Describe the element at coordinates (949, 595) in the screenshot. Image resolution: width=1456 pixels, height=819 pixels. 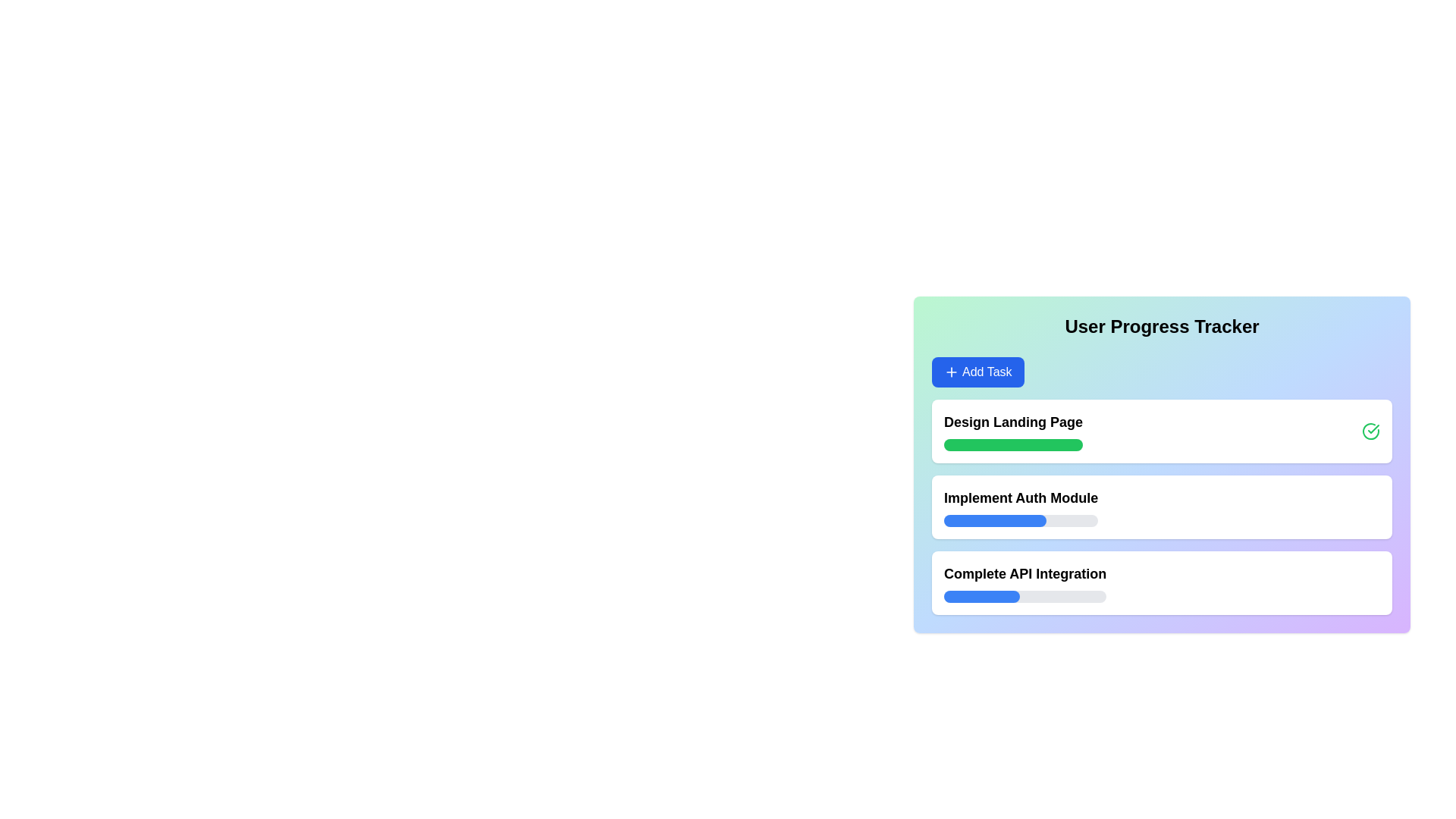
I see `the progress bar completion` at that location.